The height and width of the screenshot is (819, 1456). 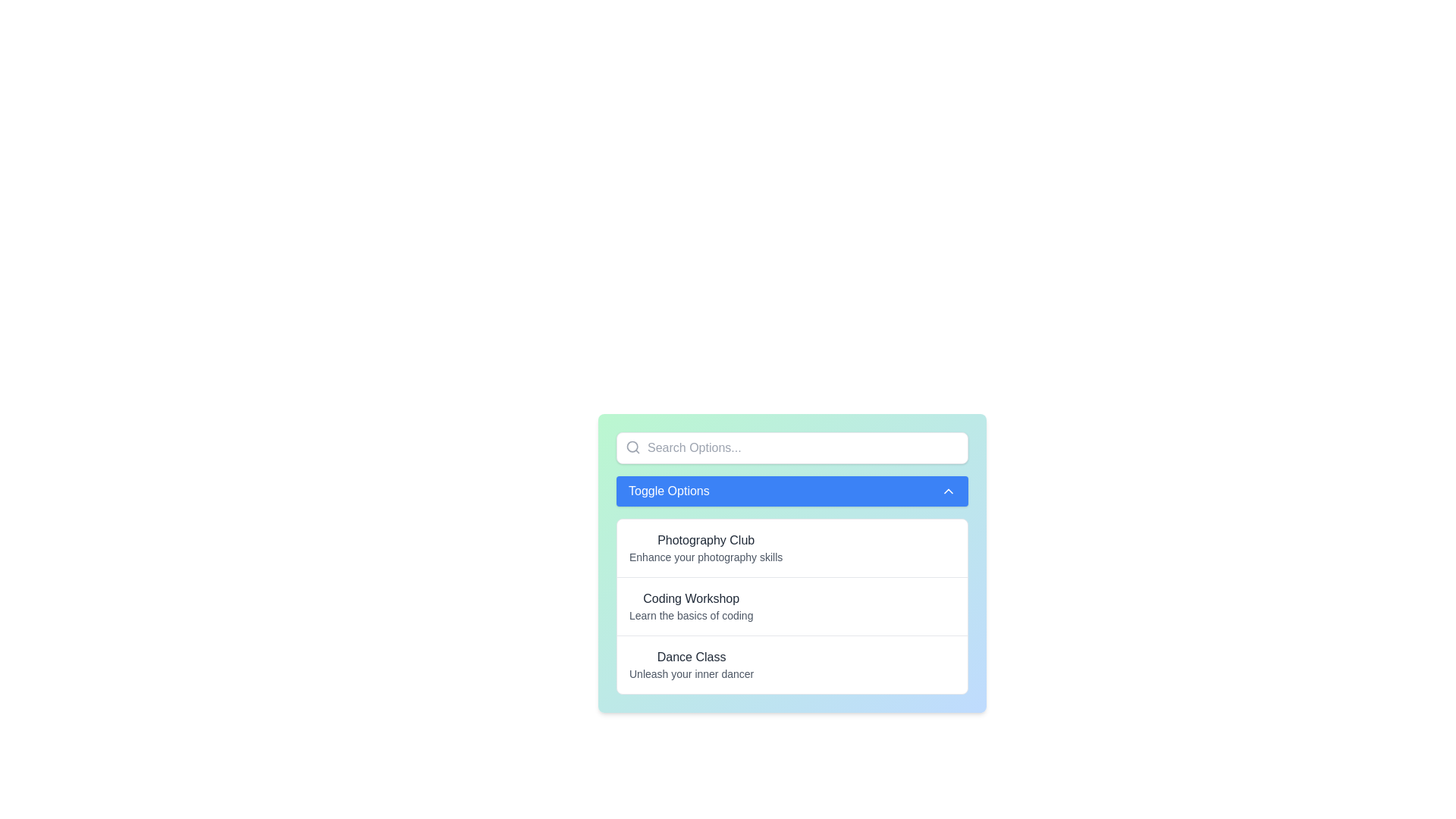 What do you see at coordinates (691, 657) in the screenshot?
I see `the title text label that serves as a header for the activity option within the selection list, located under the 'Toggle Options' section` at bounding box center [691, 657].